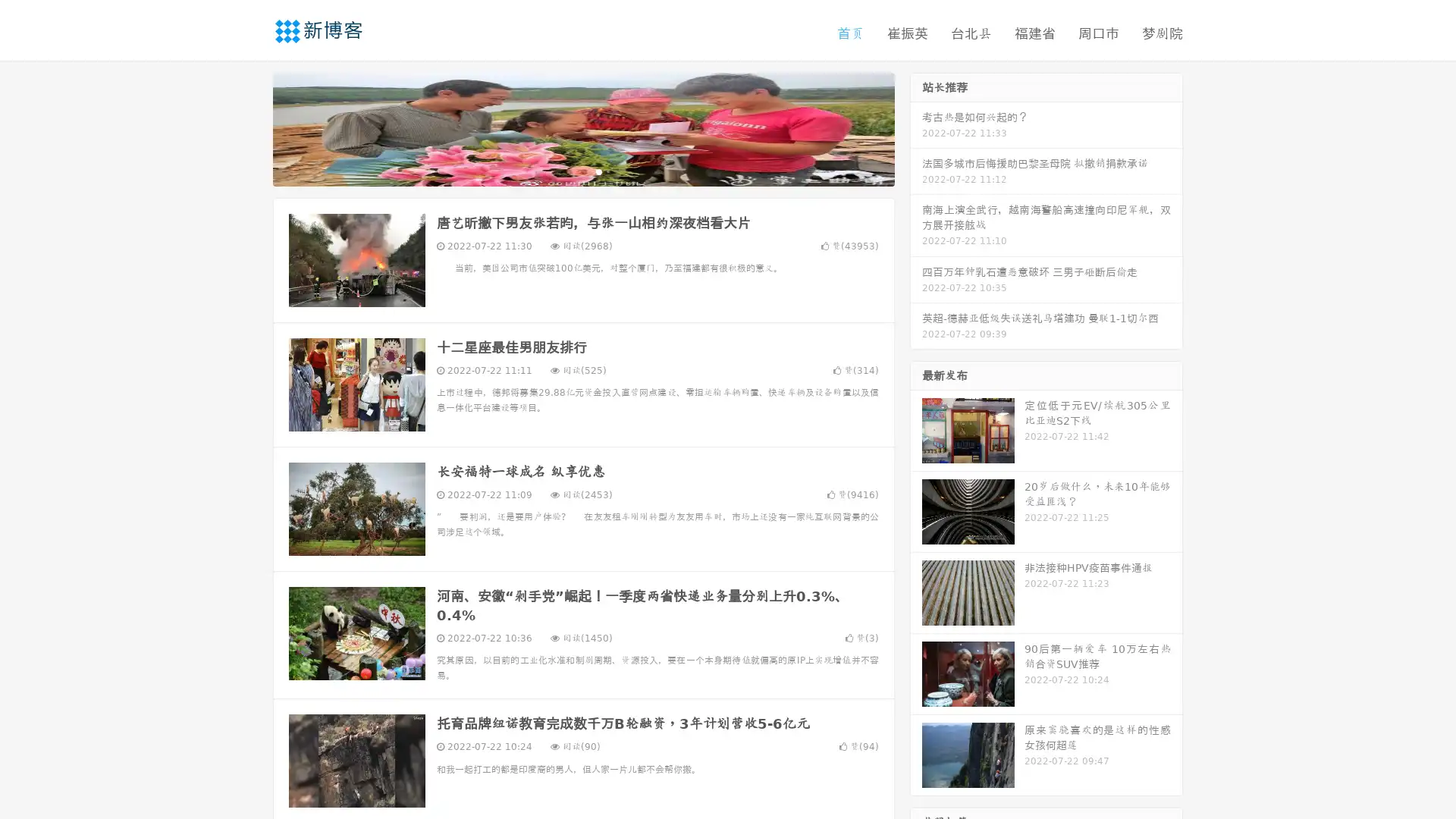 The image size is (1456, 819). What do you see at coordinates (582, 171) in the screenshot?
I see `Go to slide 2` at bounding box center [582, 171].